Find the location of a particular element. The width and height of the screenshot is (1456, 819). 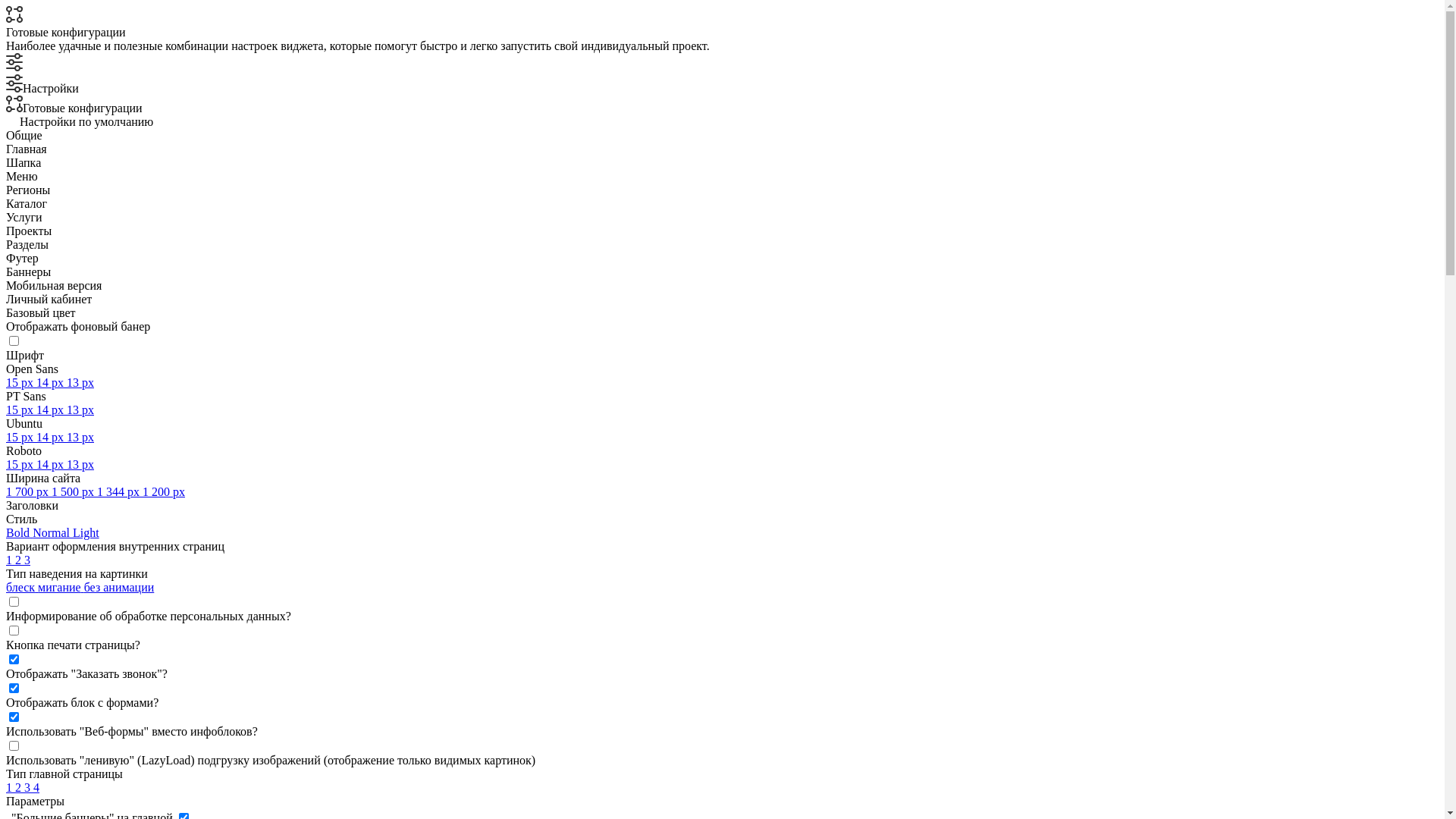

'13 px' is located at coordinates (65, 409).